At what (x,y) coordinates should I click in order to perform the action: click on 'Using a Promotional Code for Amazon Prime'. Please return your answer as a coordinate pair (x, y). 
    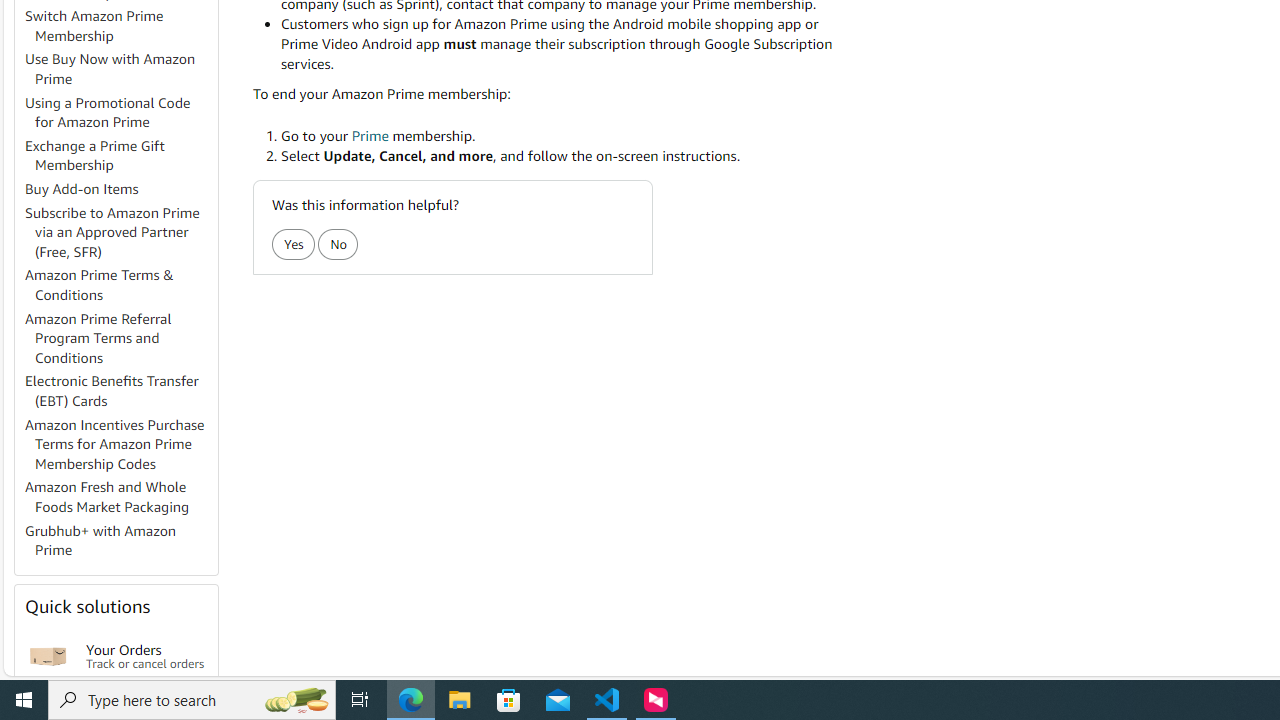
    Looking at the image, I should click on (119, 113).